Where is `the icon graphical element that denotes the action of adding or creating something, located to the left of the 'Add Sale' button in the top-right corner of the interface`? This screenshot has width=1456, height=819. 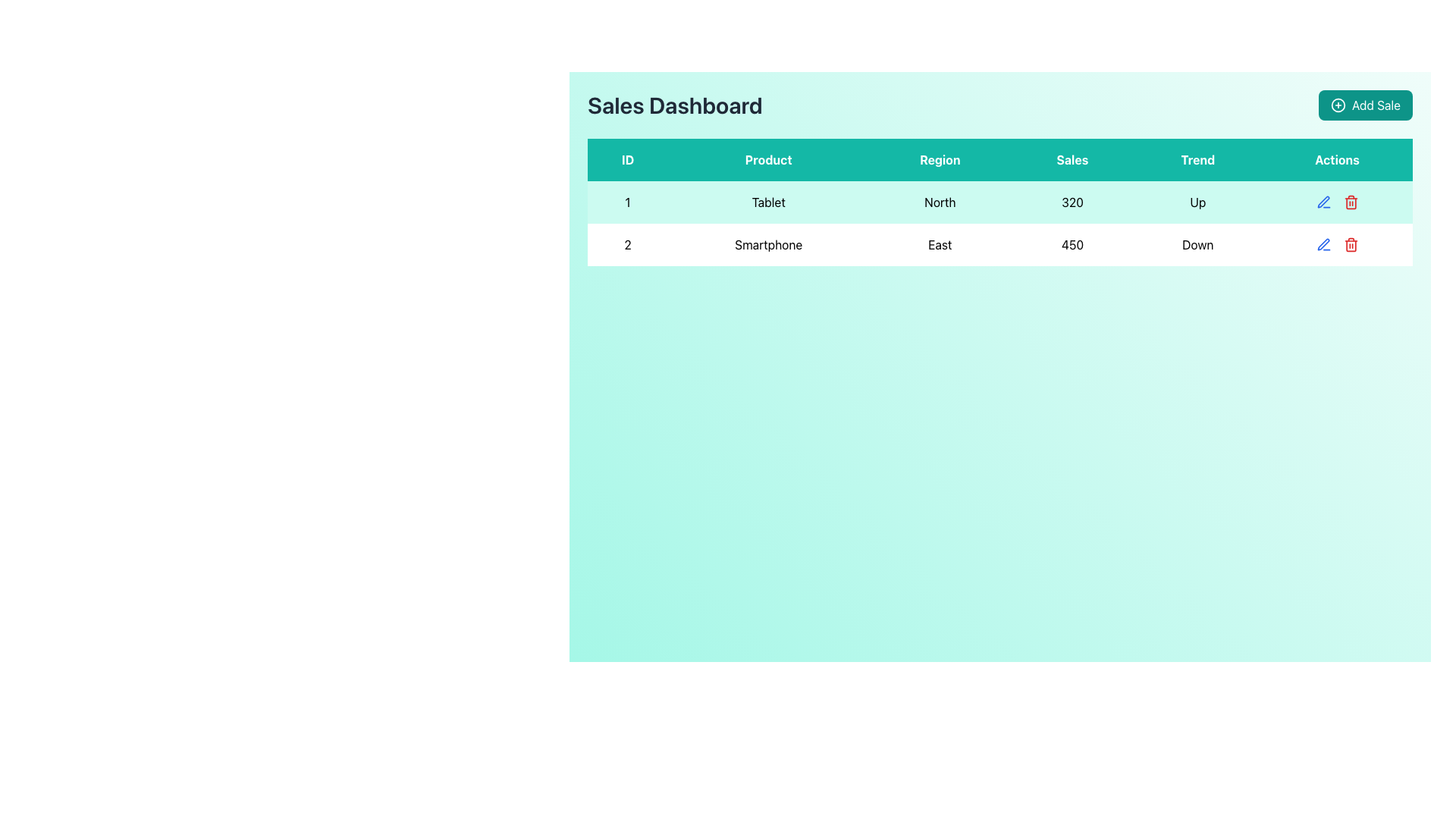
the icon graphical element that denotes the action of adding or creating something, located to the left of the 'Add Sale' button in the top-right corner of the interface is located at coordinates (1338, 104).